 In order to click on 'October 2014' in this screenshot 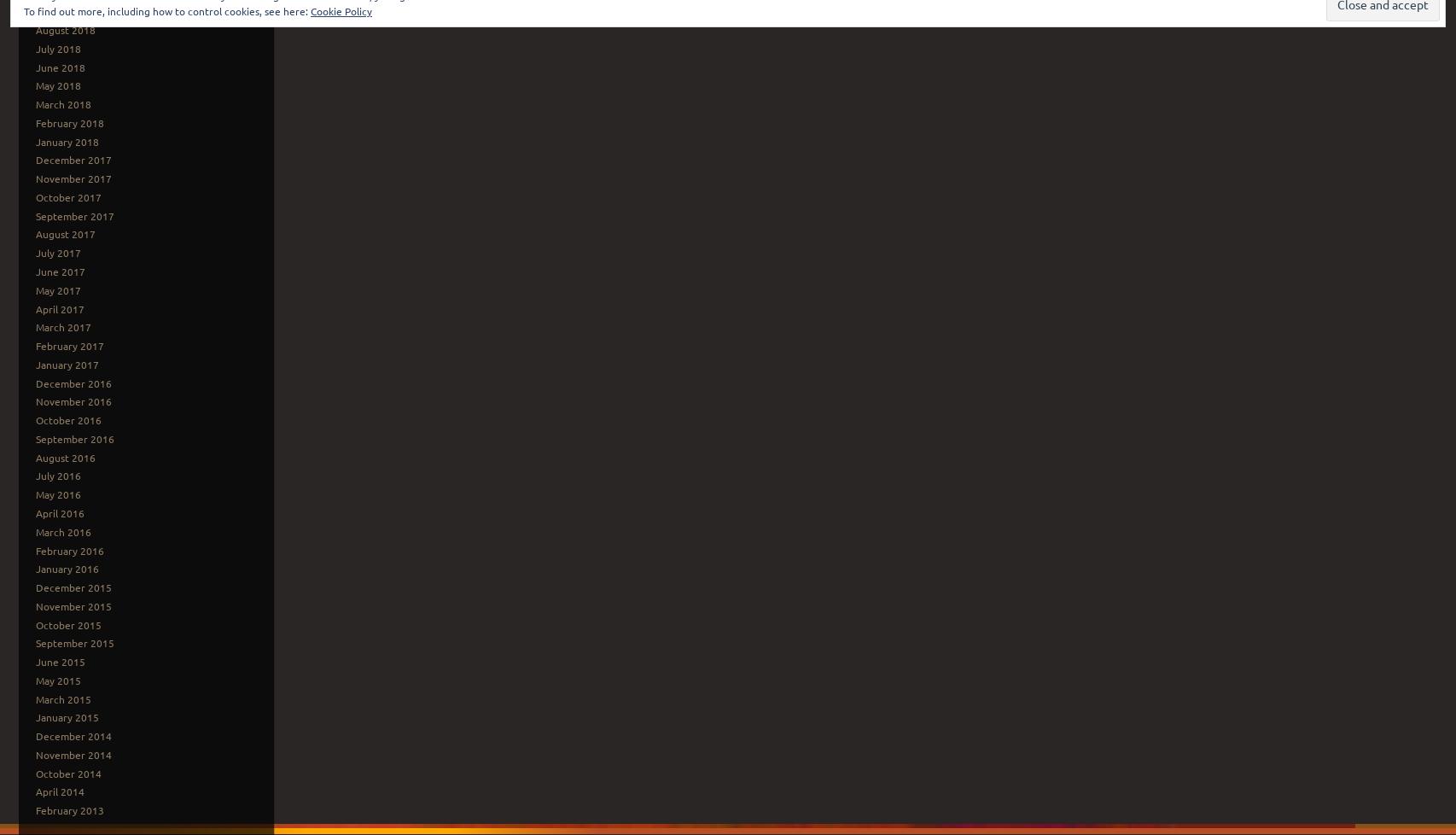, I will do `click(34, 772)`.